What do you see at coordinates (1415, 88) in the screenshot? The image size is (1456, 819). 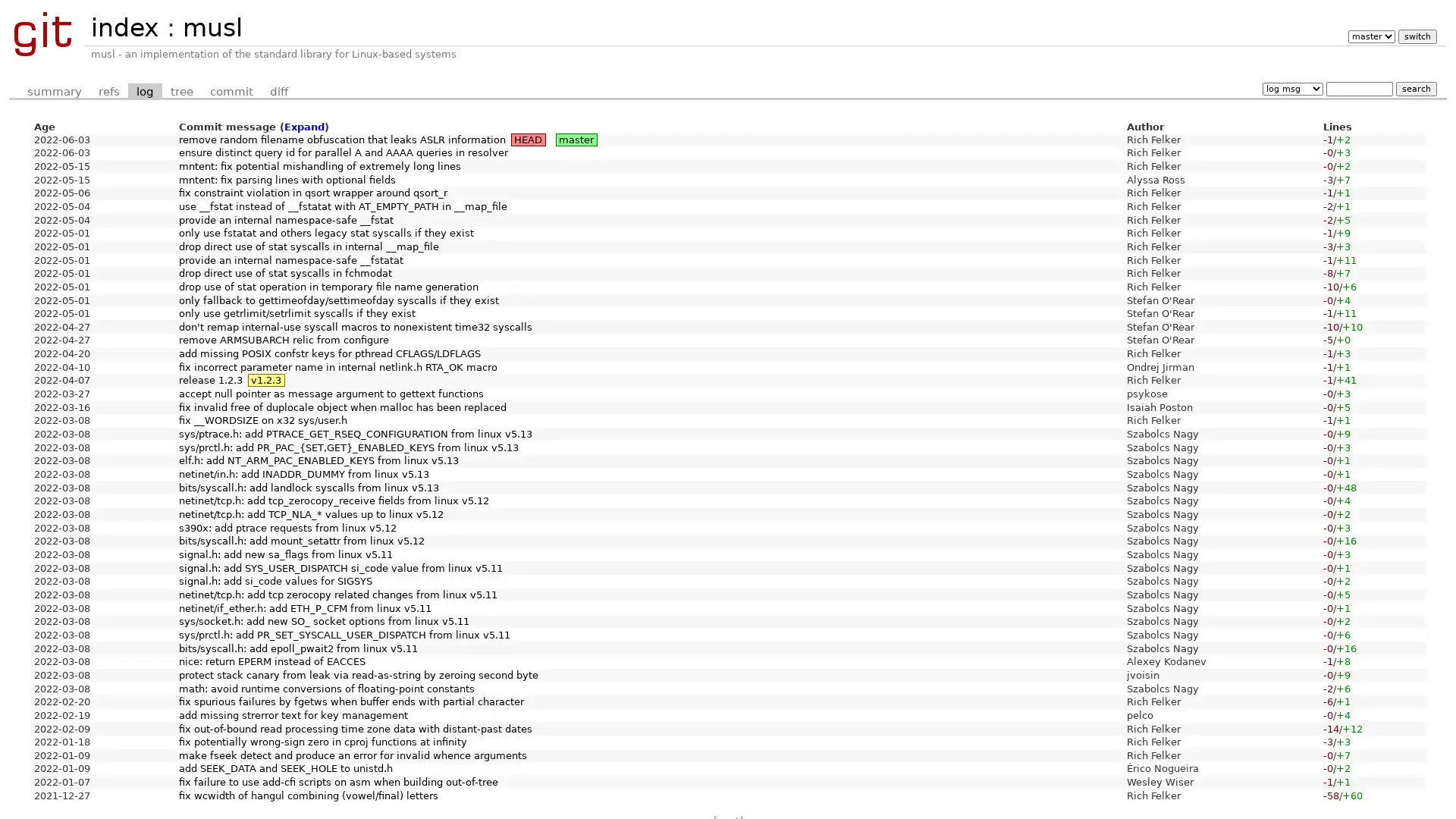 I see `search` at bounding box center [1415, 88].